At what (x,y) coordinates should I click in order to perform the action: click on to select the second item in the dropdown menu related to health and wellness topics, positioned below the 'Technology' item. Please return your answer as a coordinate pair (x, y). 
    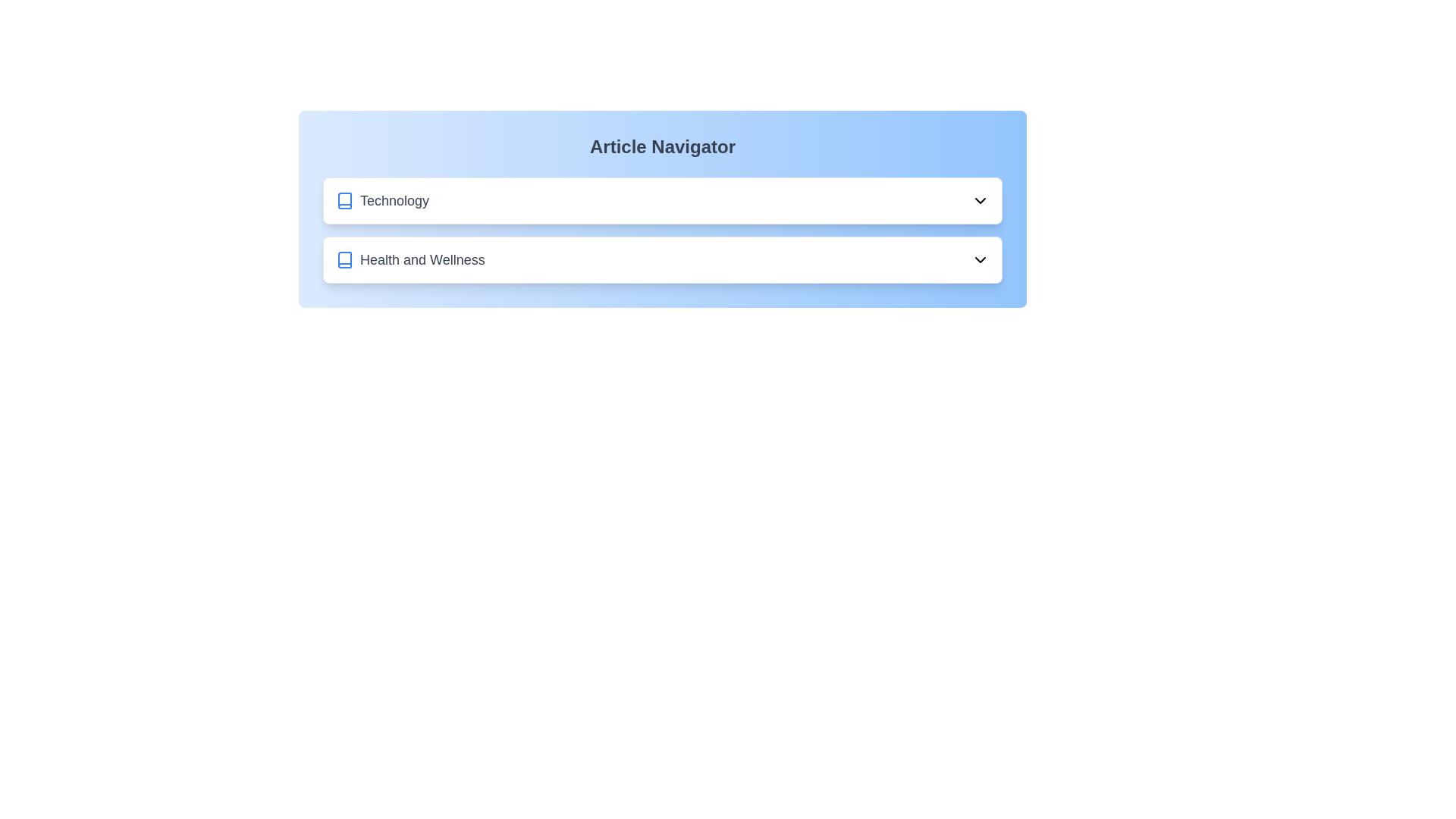
    Looking at the image, I should click on (662, 259).